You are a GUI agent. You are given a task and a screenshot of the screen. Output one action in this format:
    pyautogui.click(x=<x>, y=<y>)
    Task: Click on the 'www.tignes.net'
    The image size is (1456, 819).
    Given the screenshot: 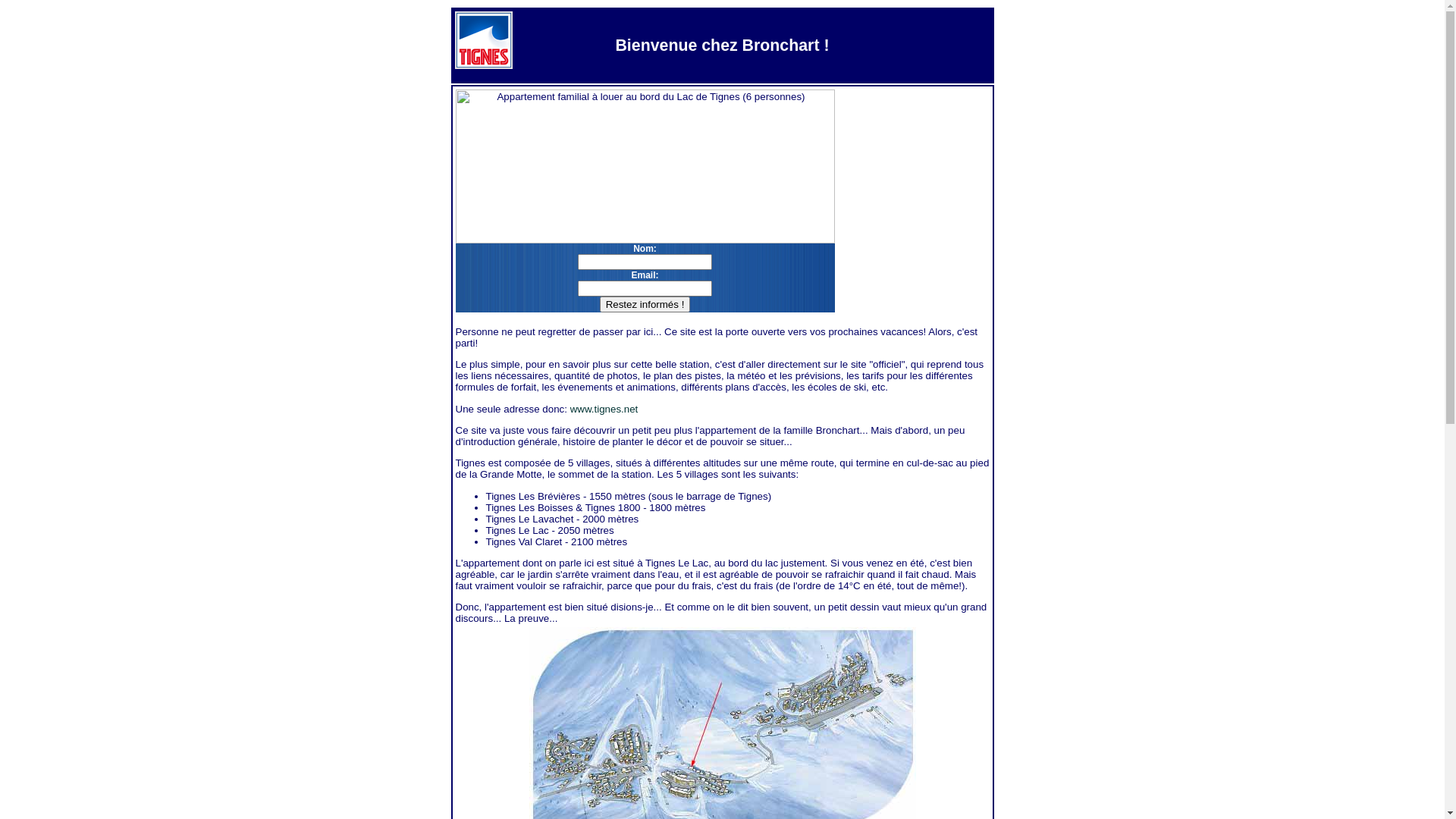 What is the action you would take?
    pyautogui.click(x=603, y=408)
    